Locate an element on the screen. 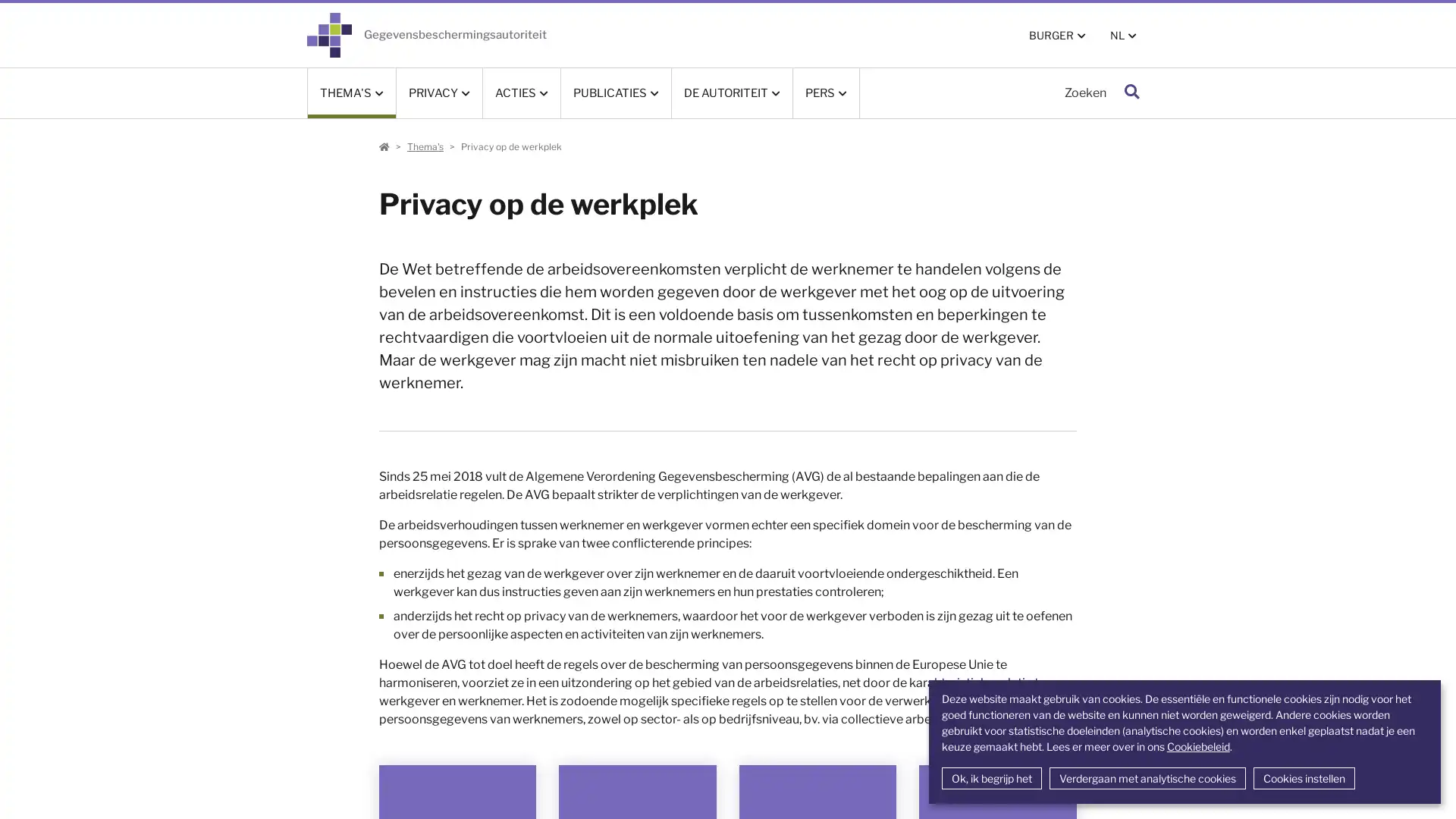  Ok, ik begrijp het is located at coordinates (990, 778).